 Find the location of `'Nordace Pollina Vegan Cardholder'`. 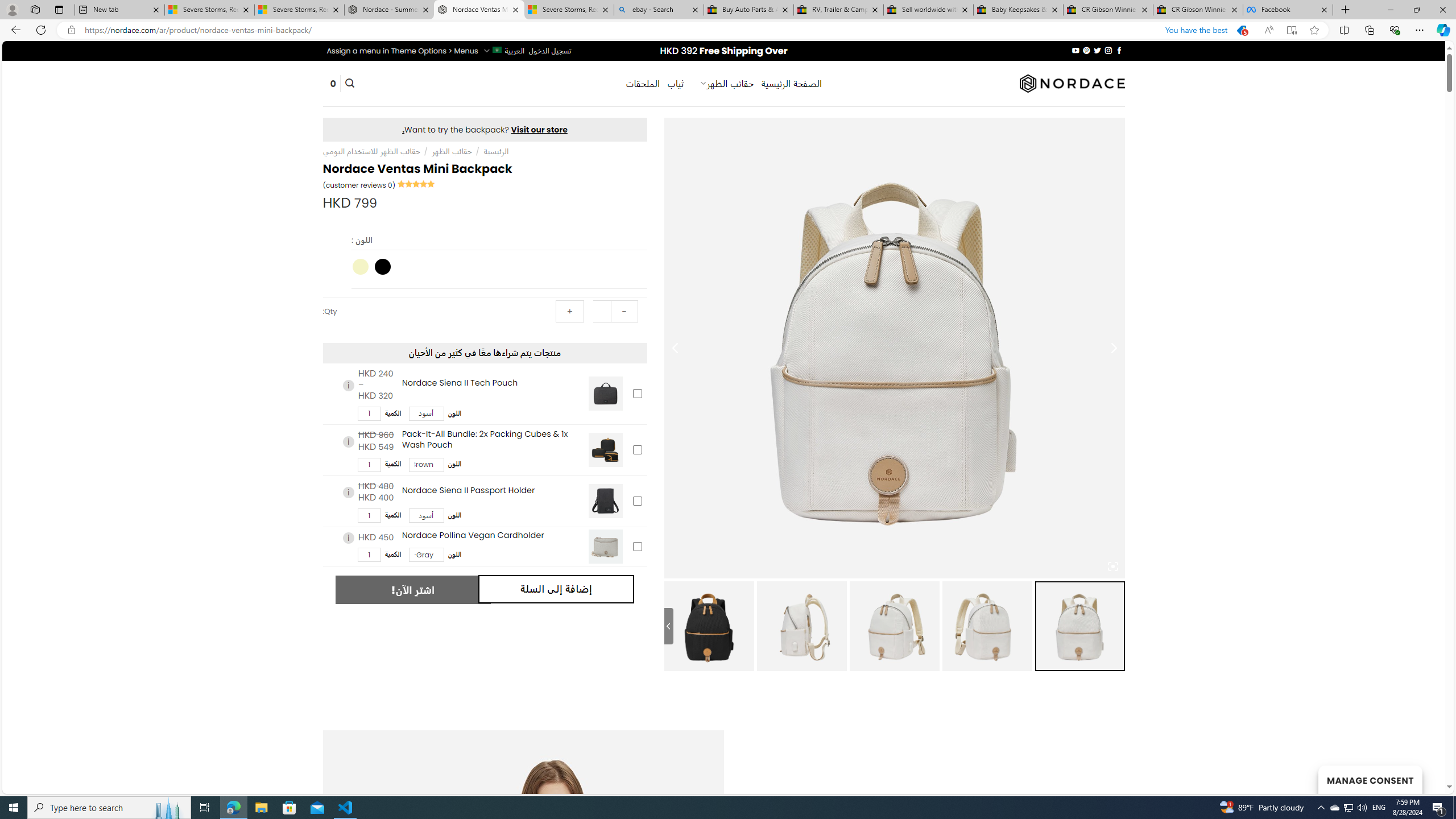

'Nordace Pollina Vegan Cardholder' is located at coordinates (605, 546).